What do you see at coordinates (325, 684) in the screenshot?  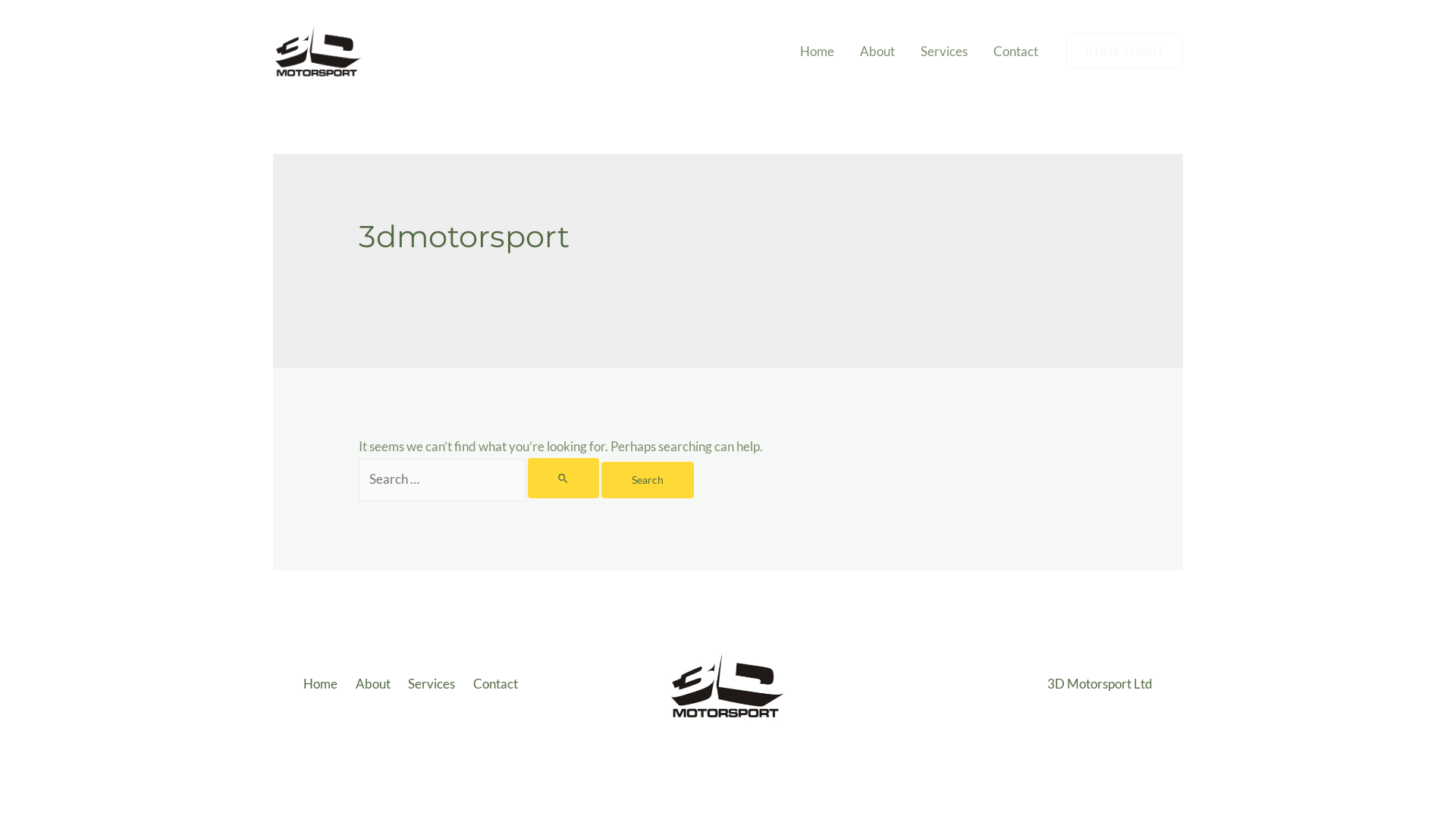 I see `'Home'` at bounding box center [325, 684].